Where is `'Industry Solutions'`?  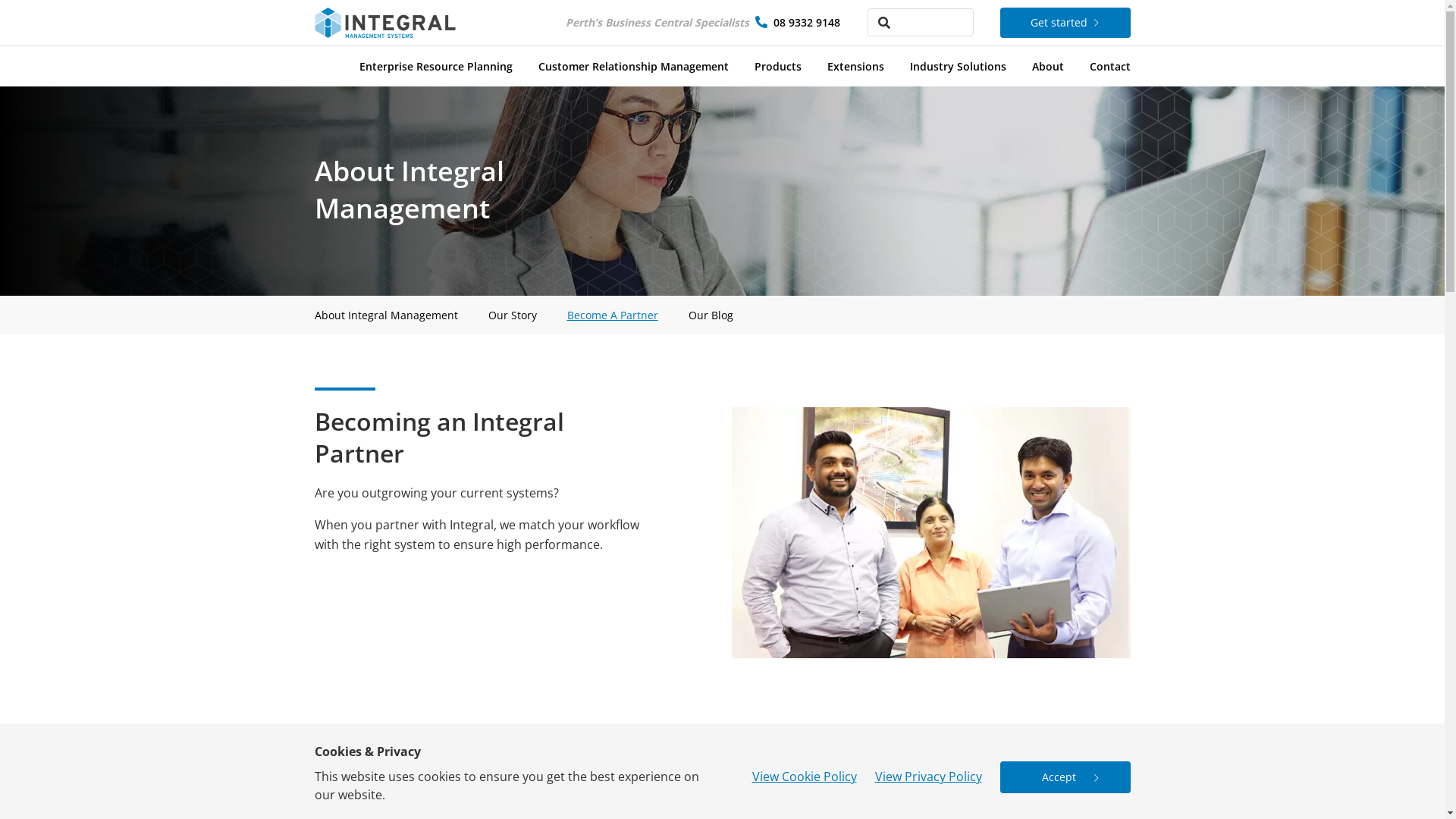
'Industry Solutions' is located at coordinates (957, 62).